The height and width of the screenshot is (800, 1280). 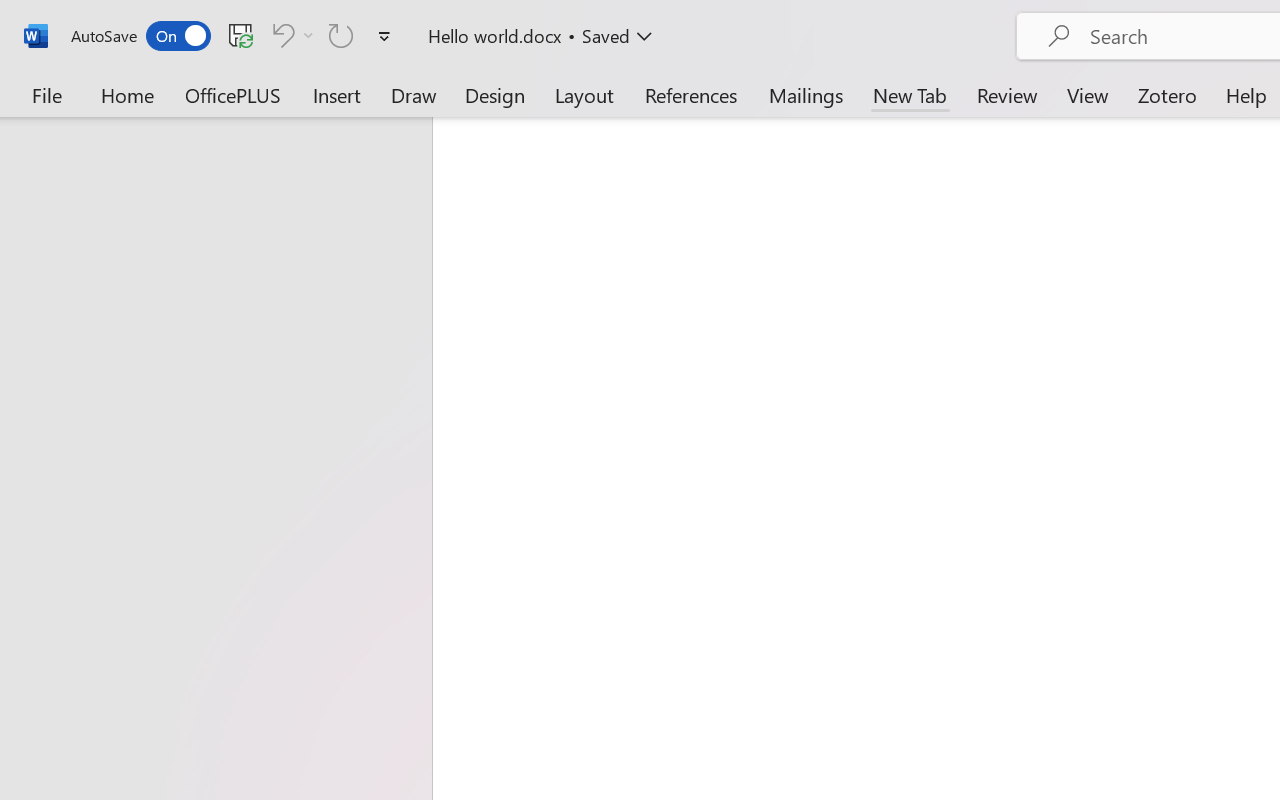 I want to click on 'AutoSave', so click(x=139, y=35).